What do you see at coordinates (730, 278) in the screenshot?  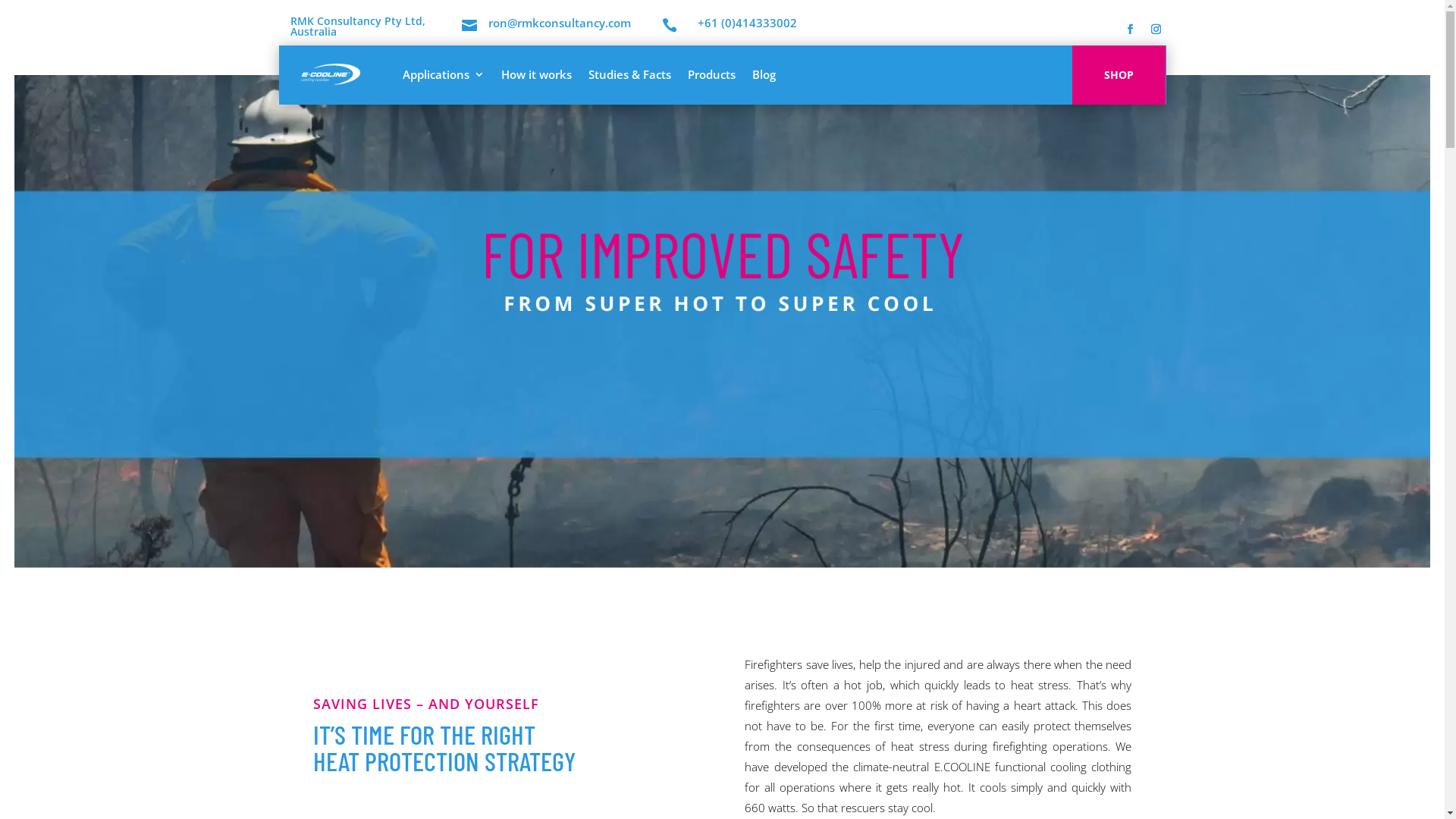 I see `'website home(19)'` at bounding box center [730, 278].